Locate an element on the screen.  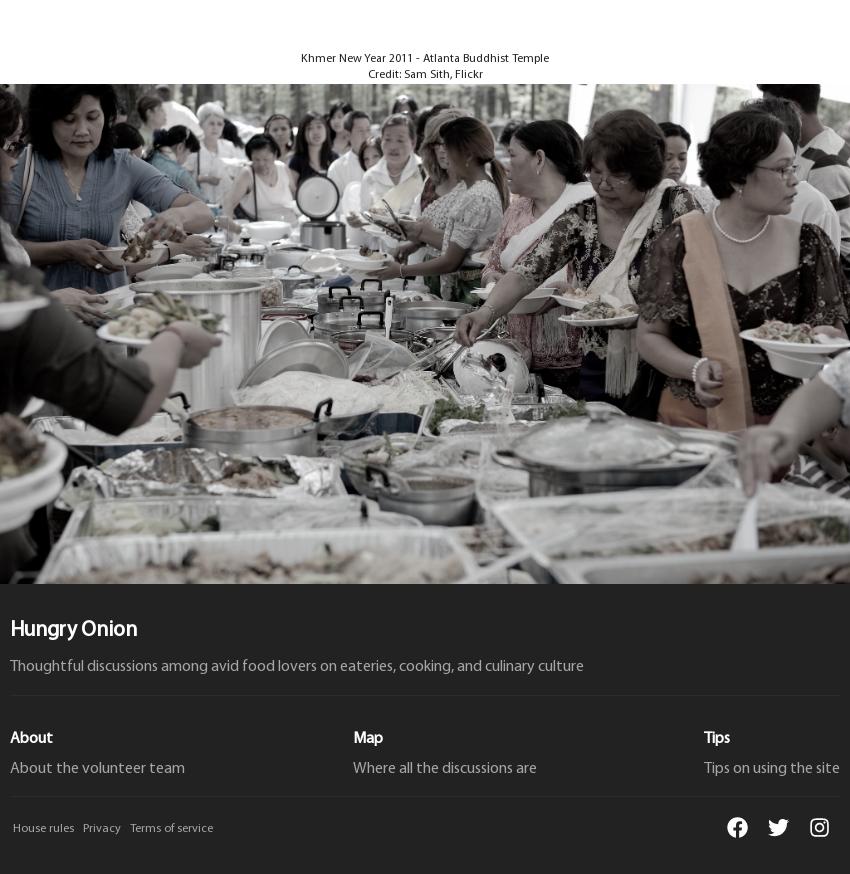
'Terms of service' is located at coordinates (170, 828).